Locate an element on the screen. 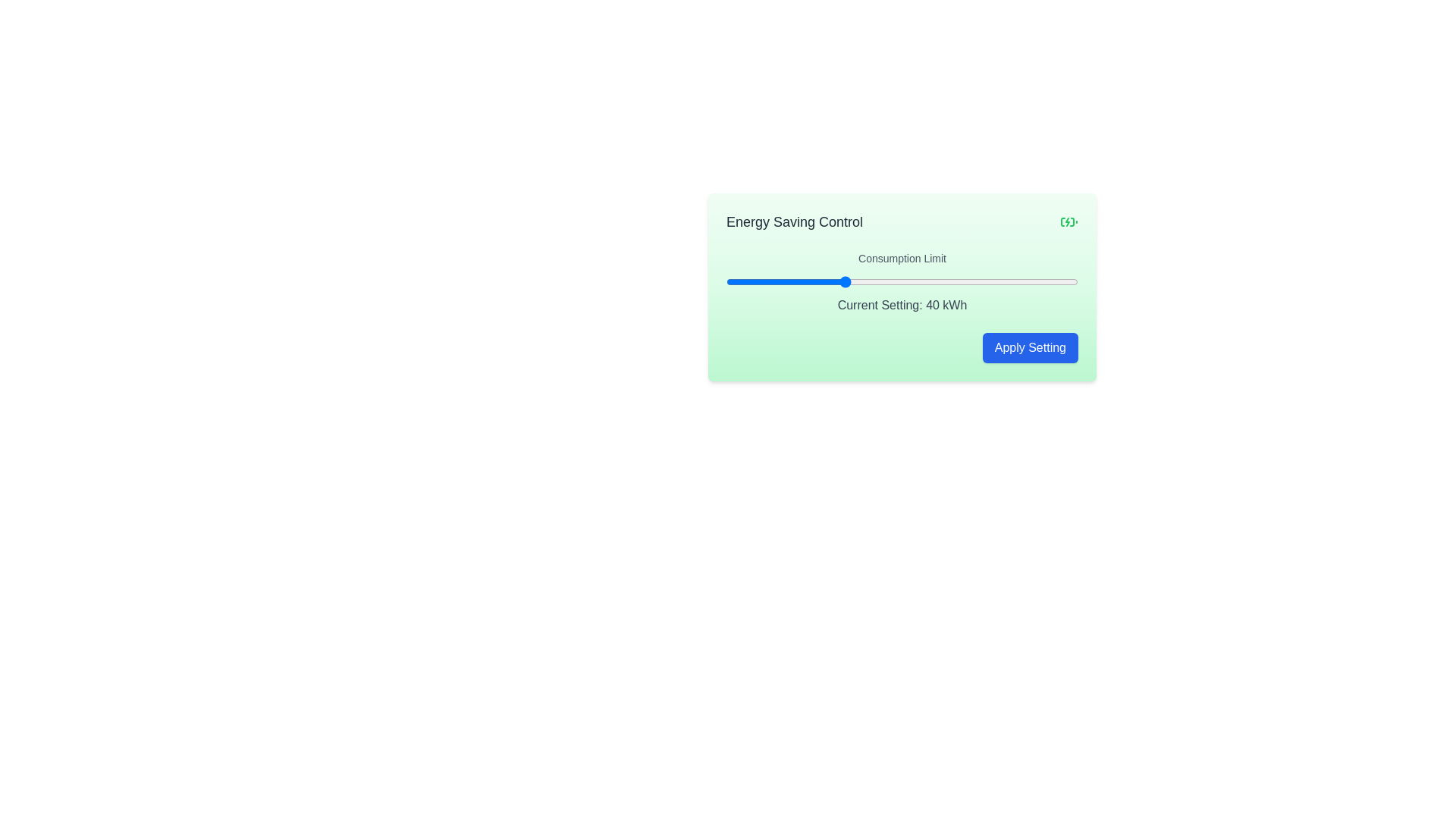 The height and width of the screenshot is (819, 1456). the 'Battery Charging' icon to trigger a tooltip or feedback is located at coordinates (1068, 222).